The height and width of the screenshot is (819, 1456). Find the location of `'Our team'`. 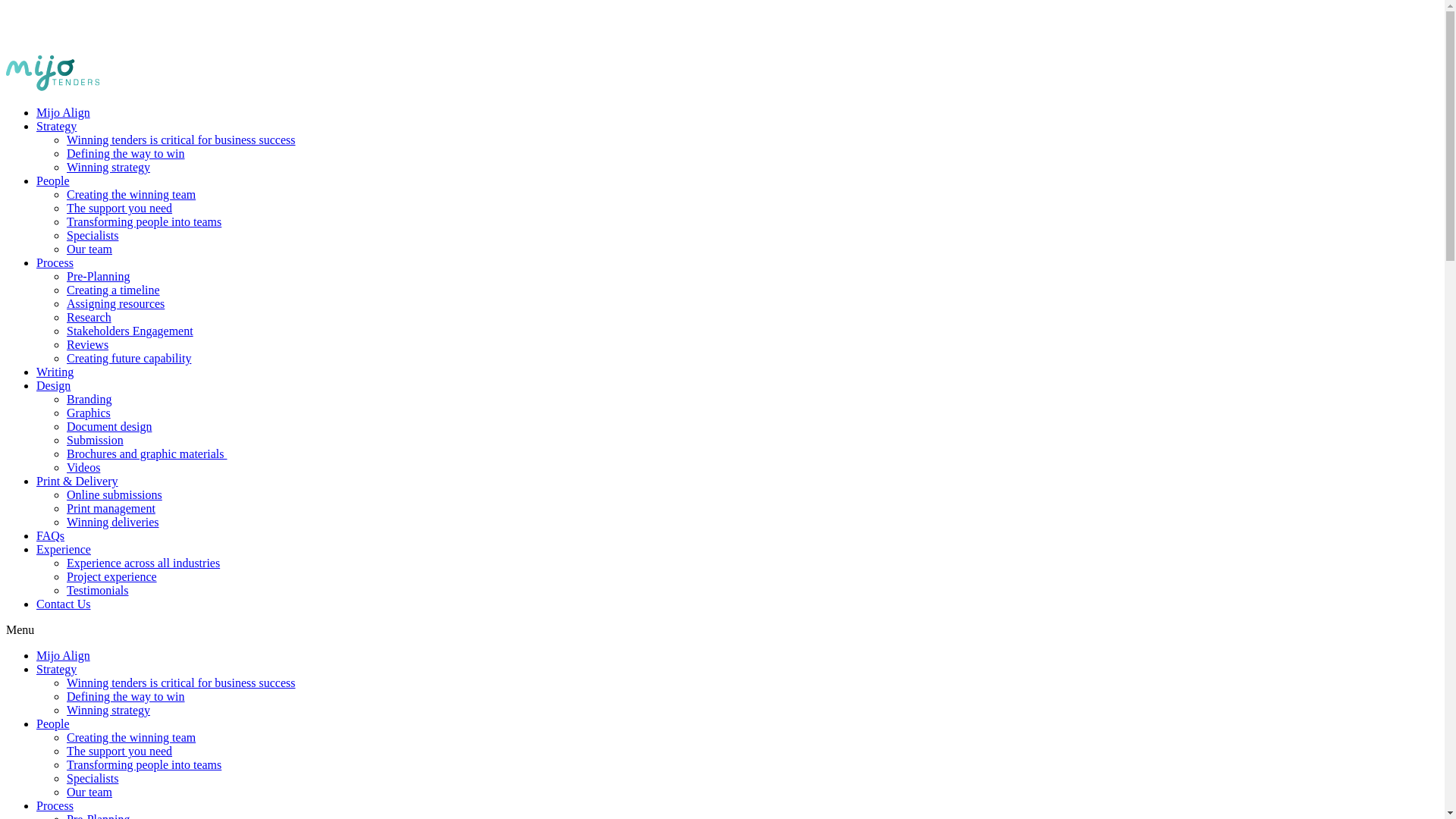

'Our team' is located at coordinates (89, 248).